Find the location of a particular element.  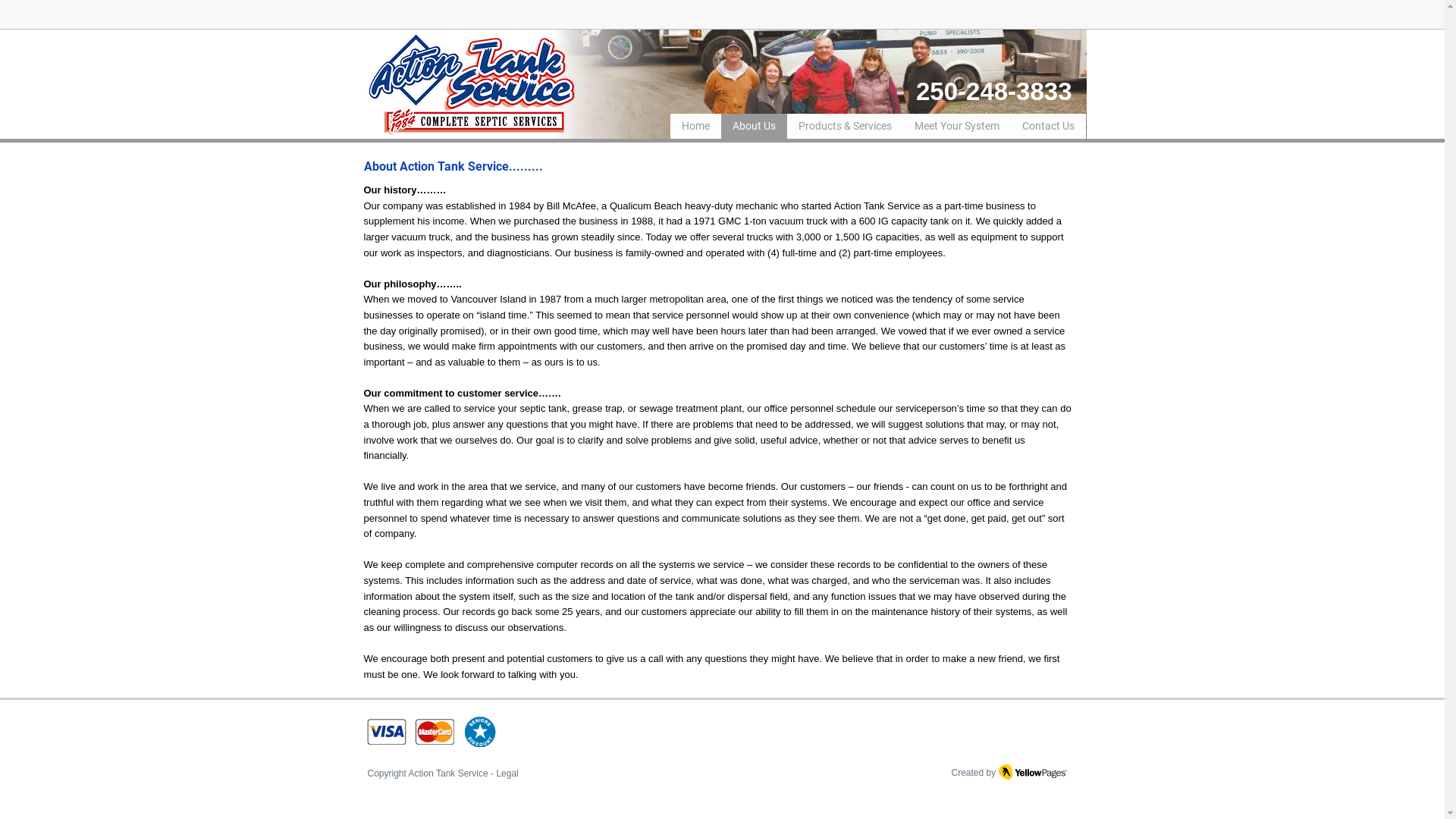

'Legal' is located at coordinates (507, 773).